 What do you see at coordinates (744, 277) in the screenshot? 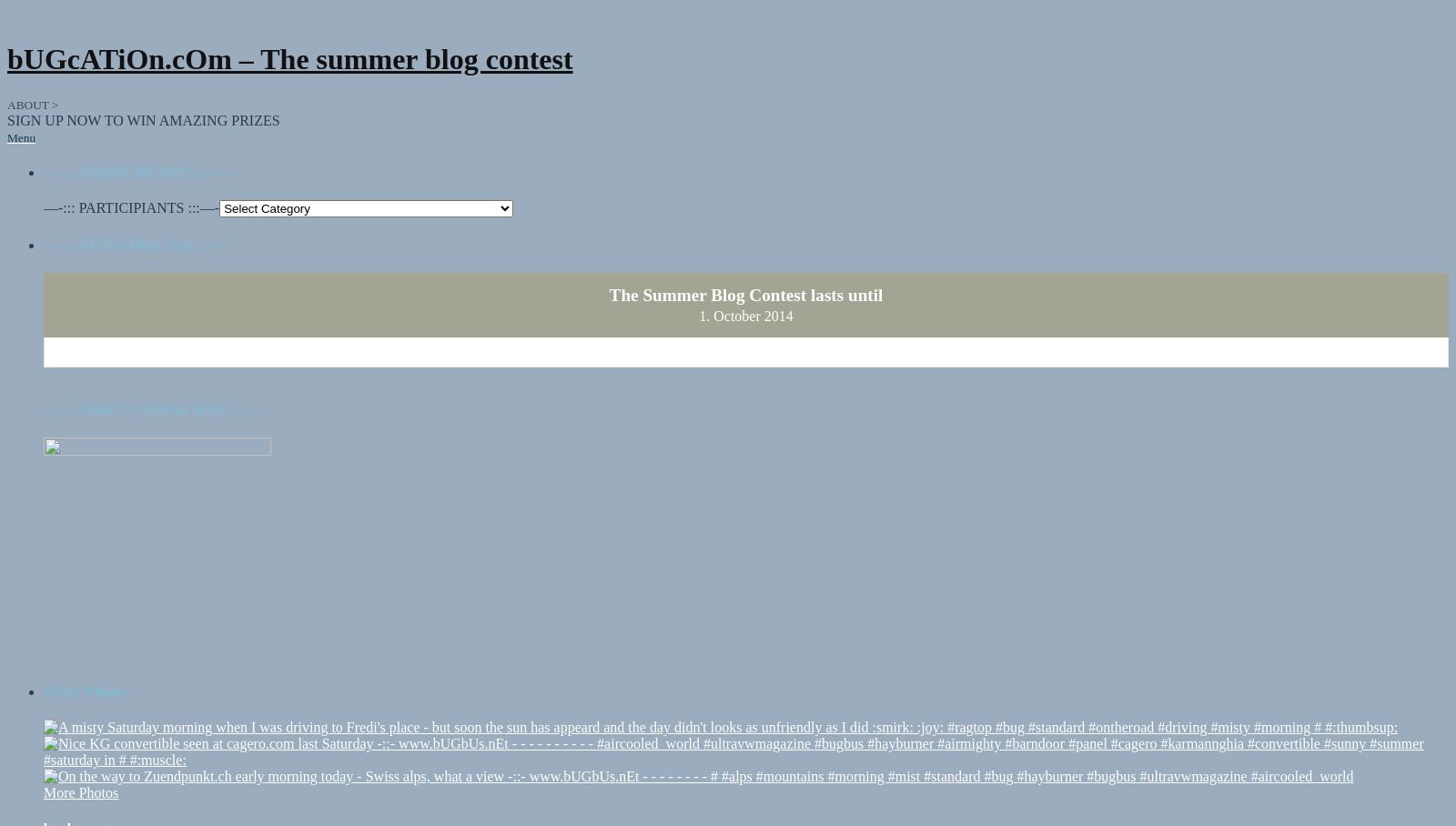
I see `'The Summer Blog Contest lasts until'` at bounding box center [744, 277].